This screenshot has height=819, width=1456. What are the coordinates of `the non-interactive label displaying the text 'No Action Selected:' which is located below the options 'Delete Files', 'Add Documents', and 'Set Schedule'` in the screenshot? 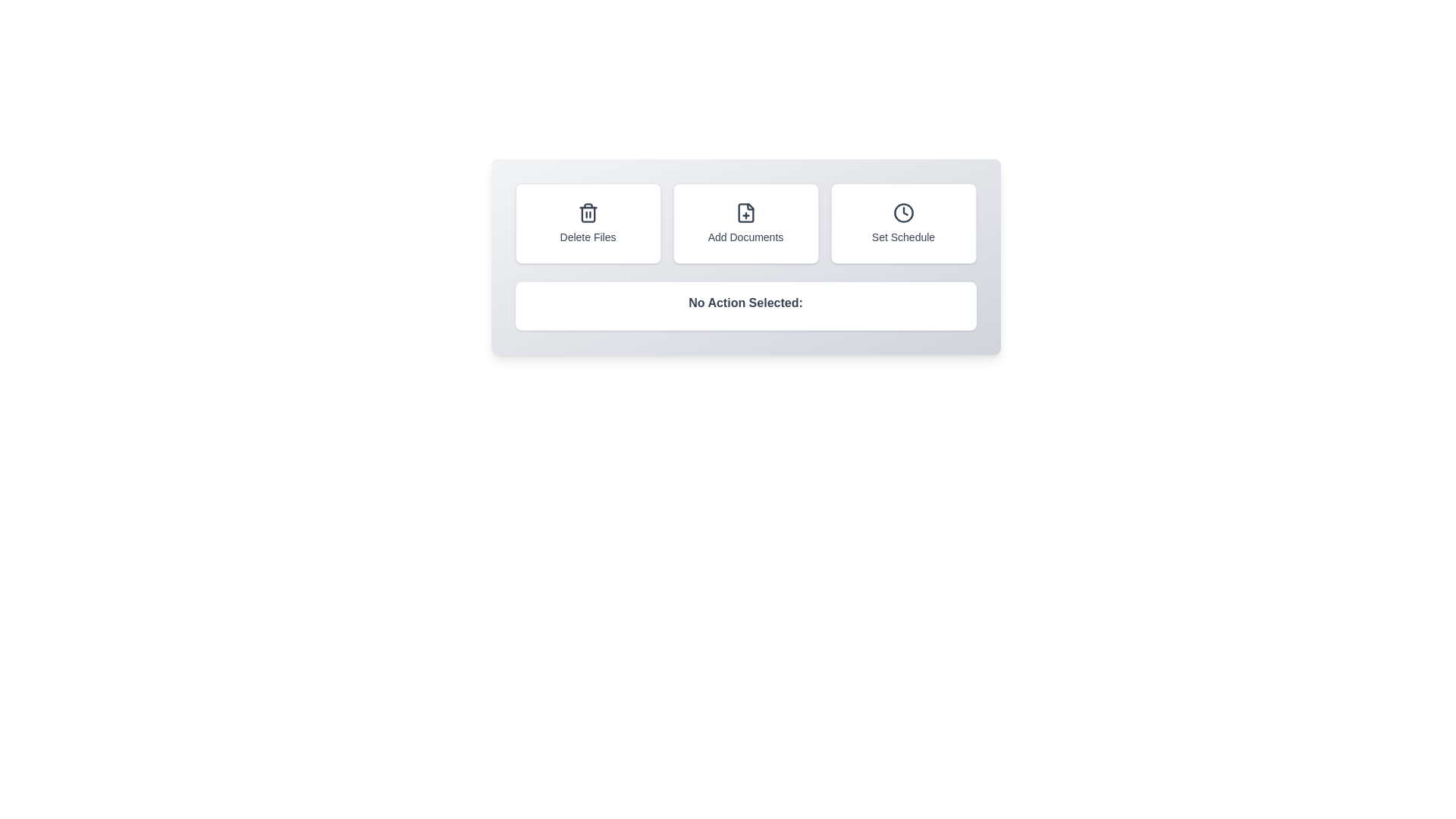 It's located at (745, 306).